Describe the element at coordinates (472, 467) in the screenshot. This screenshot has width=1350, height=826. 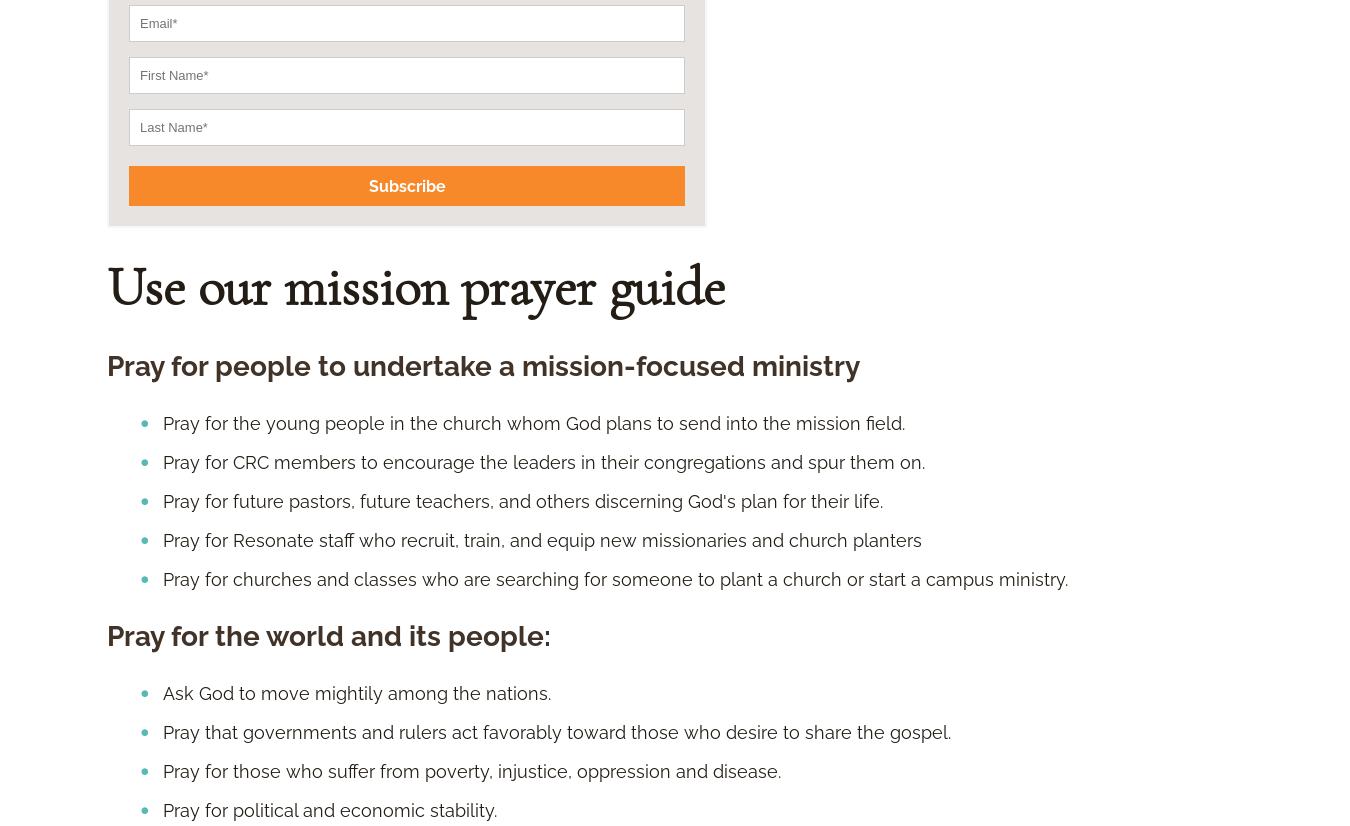
I see `'Experience protection from loneliness, discouragement, and depression.'` at that location.